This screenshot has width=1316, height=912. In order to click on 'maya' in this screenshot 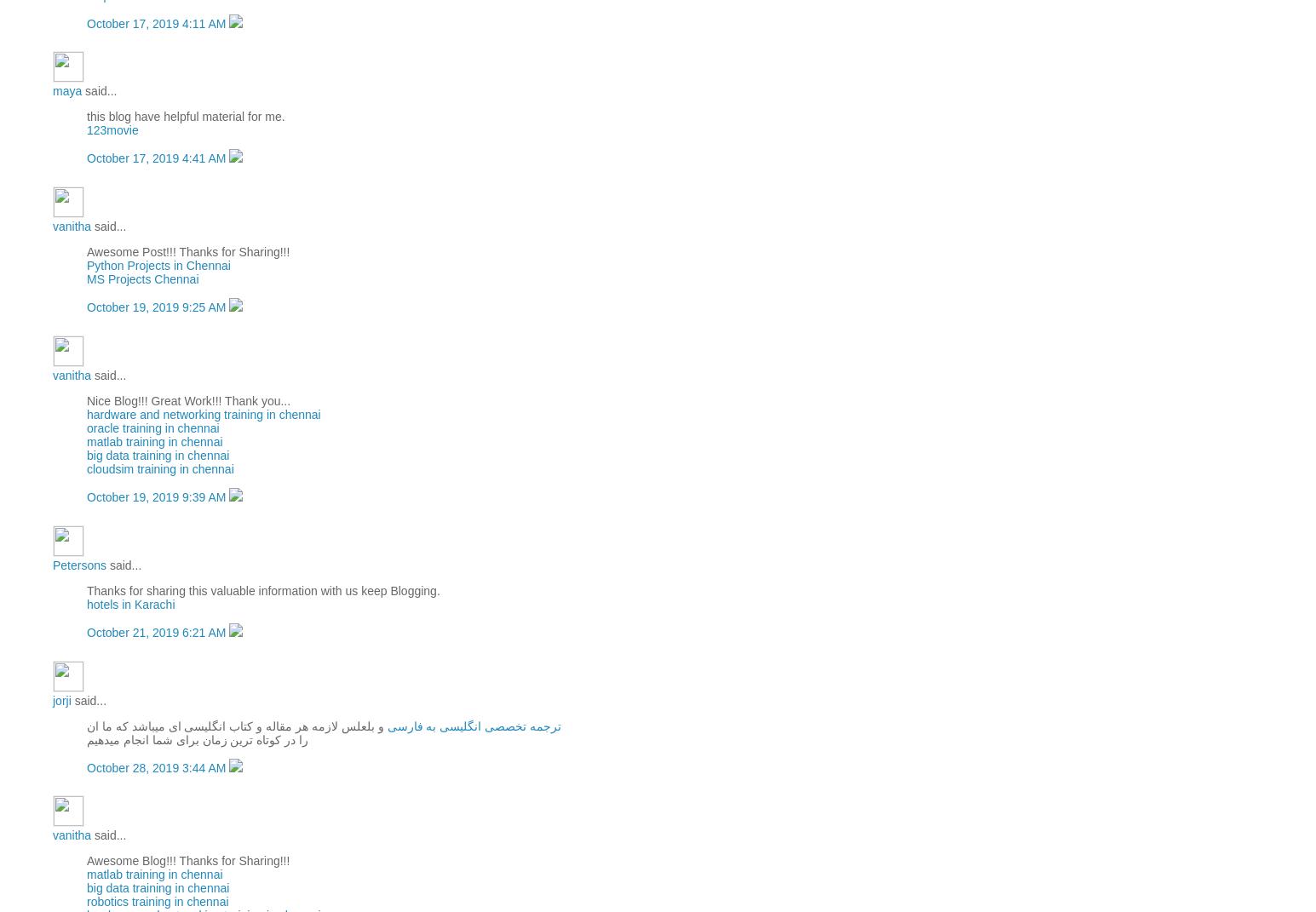, I will do `click(66, 90)`.